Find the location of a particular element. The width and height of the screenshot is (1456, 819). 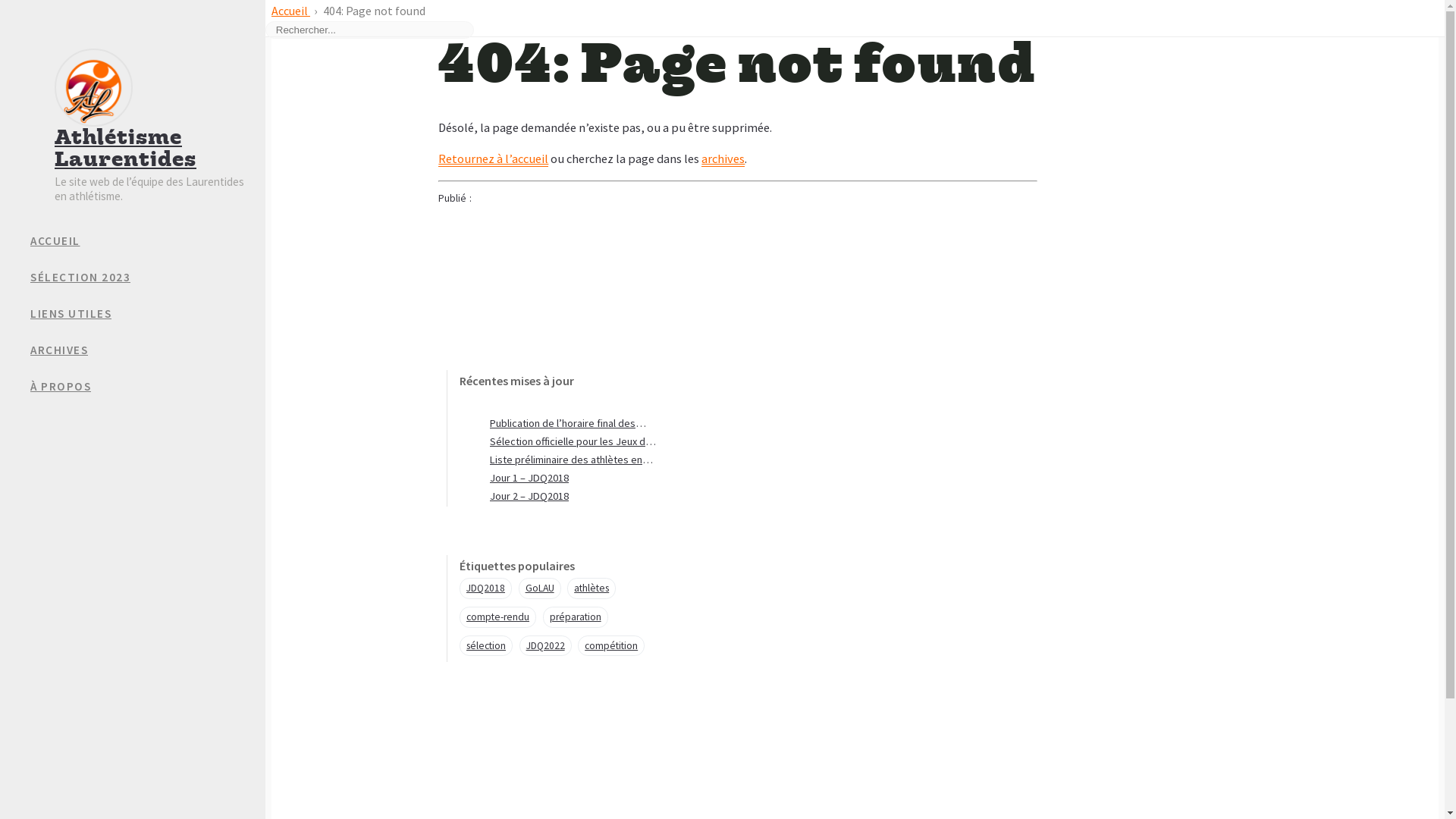

'GoLAU' is located at coordinates (539, 587).